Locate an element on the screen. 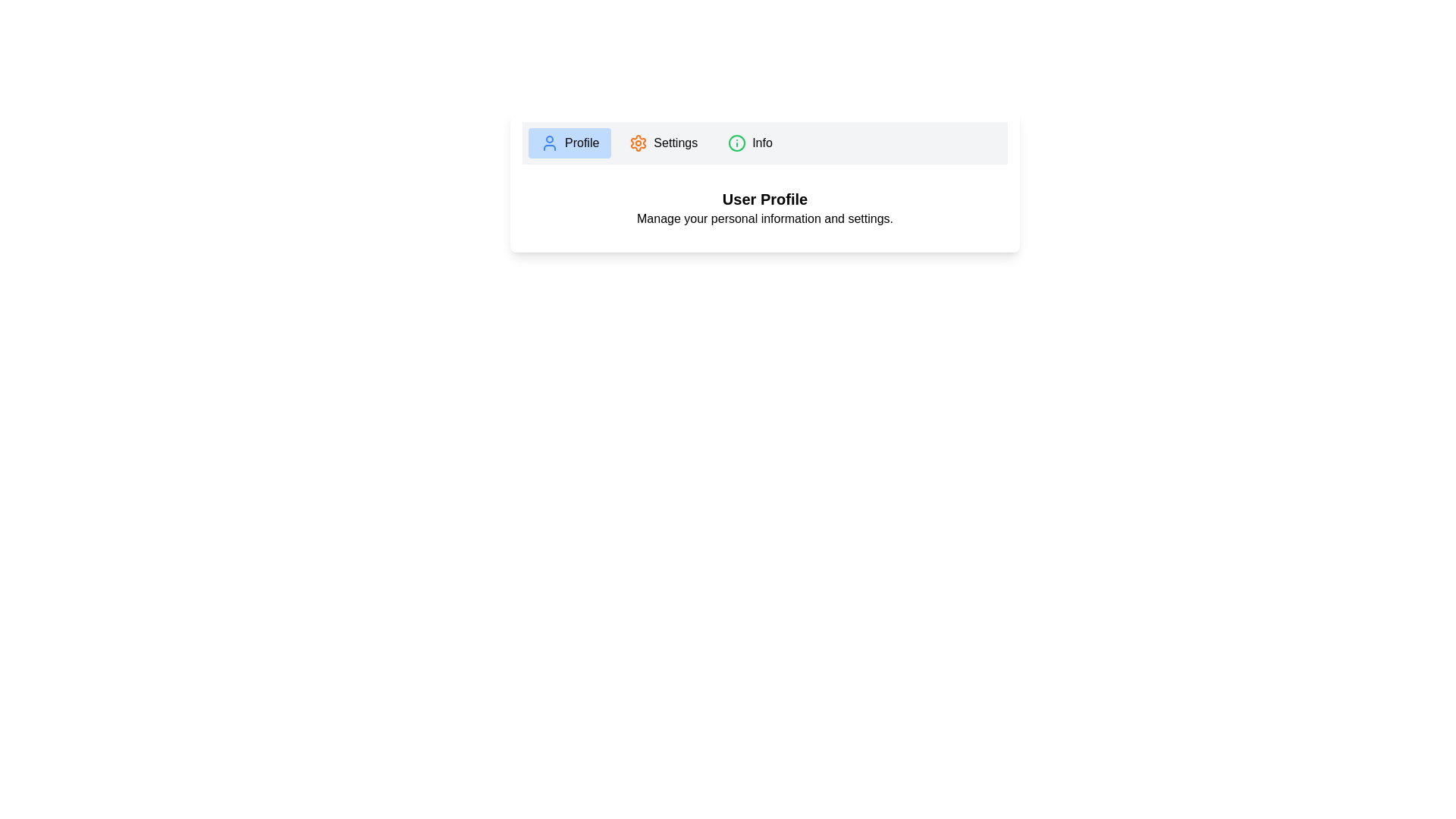  the tab 'Settings' to view its content is located at coordinates (663, 143).